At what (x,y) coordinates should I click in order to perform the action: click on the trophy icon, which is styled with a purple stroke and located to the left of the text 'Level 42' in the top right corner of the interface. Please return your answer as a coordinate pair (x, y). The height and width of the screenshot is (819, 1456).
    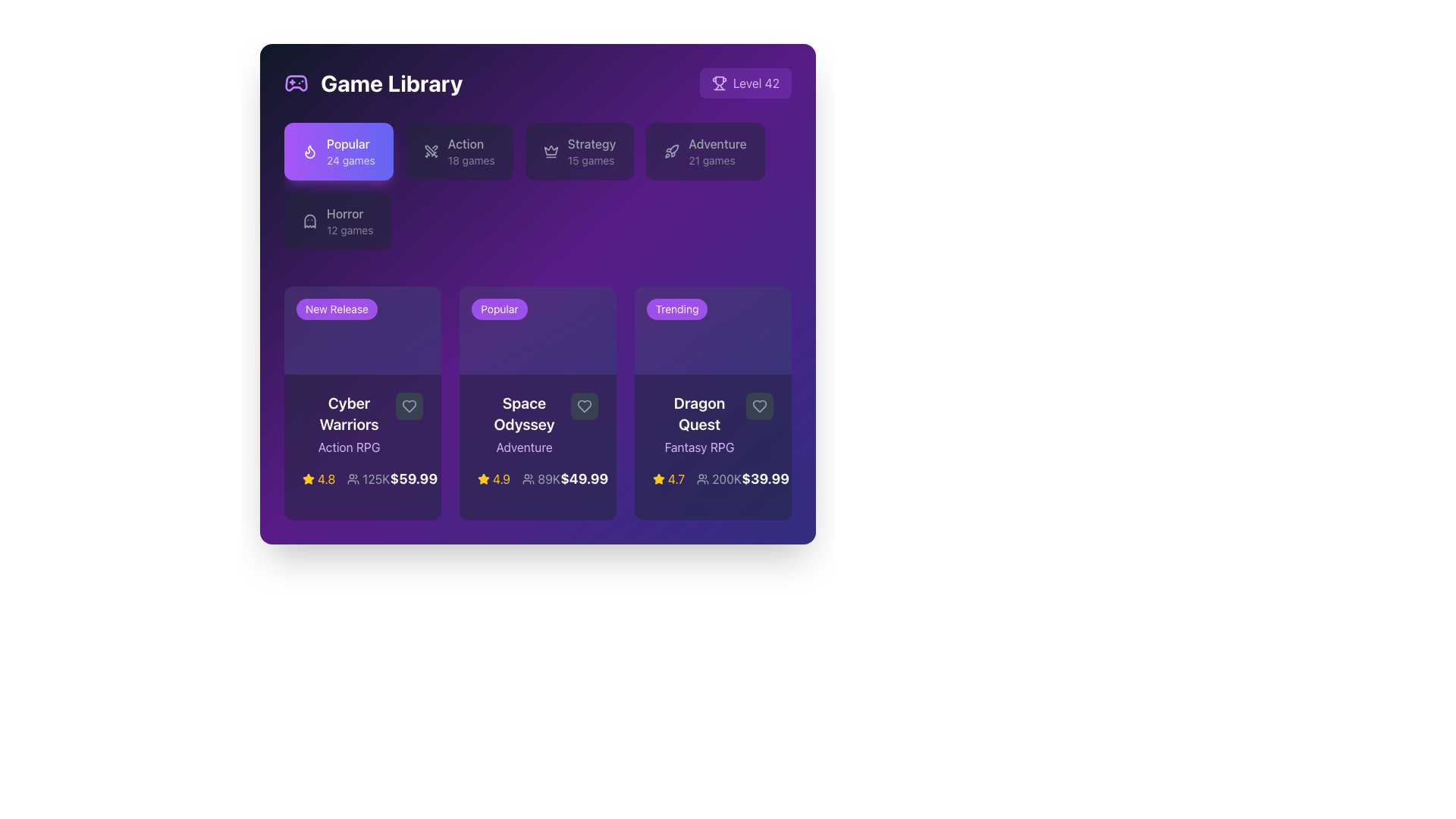
    Looking at the image, I should click on (718, 83).